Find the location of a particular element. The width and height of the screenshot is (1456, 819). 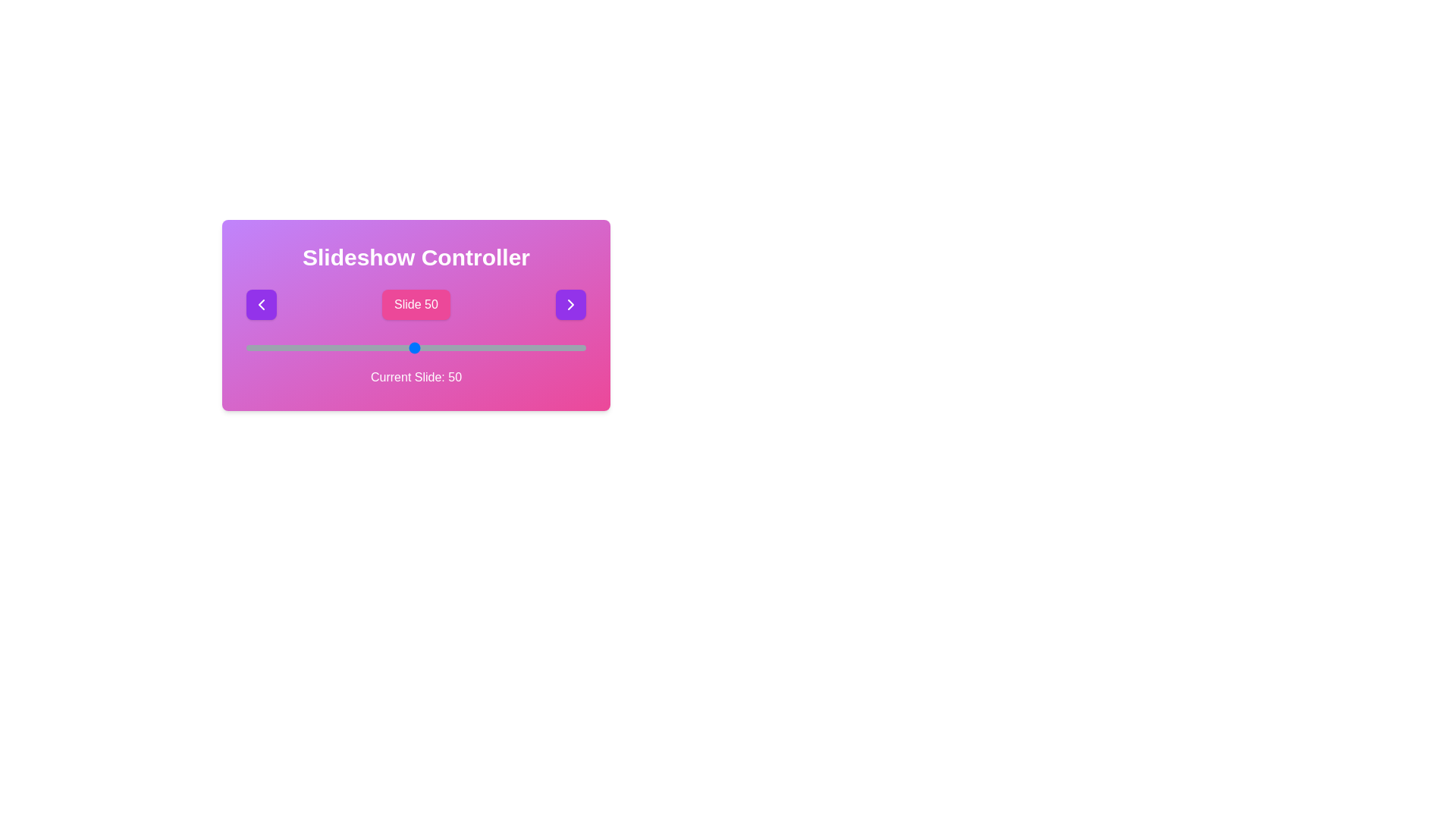

the left arrow button to navigate to the previous slide is located at coordinates (262, 304).